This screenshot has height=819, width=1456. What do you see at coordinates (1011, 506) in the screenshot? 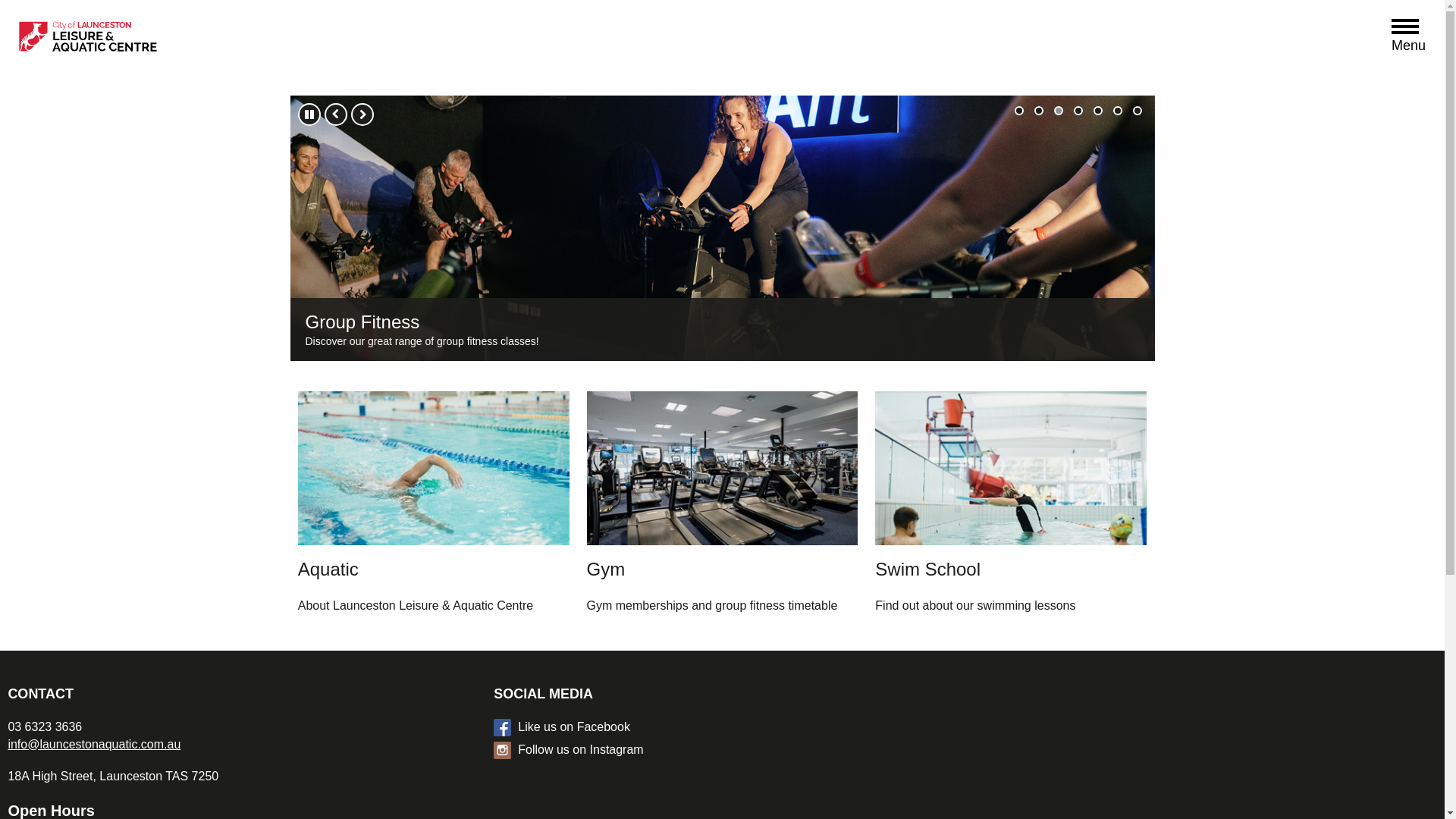
I see `'Swim School` at bounding box center [1011, 506].